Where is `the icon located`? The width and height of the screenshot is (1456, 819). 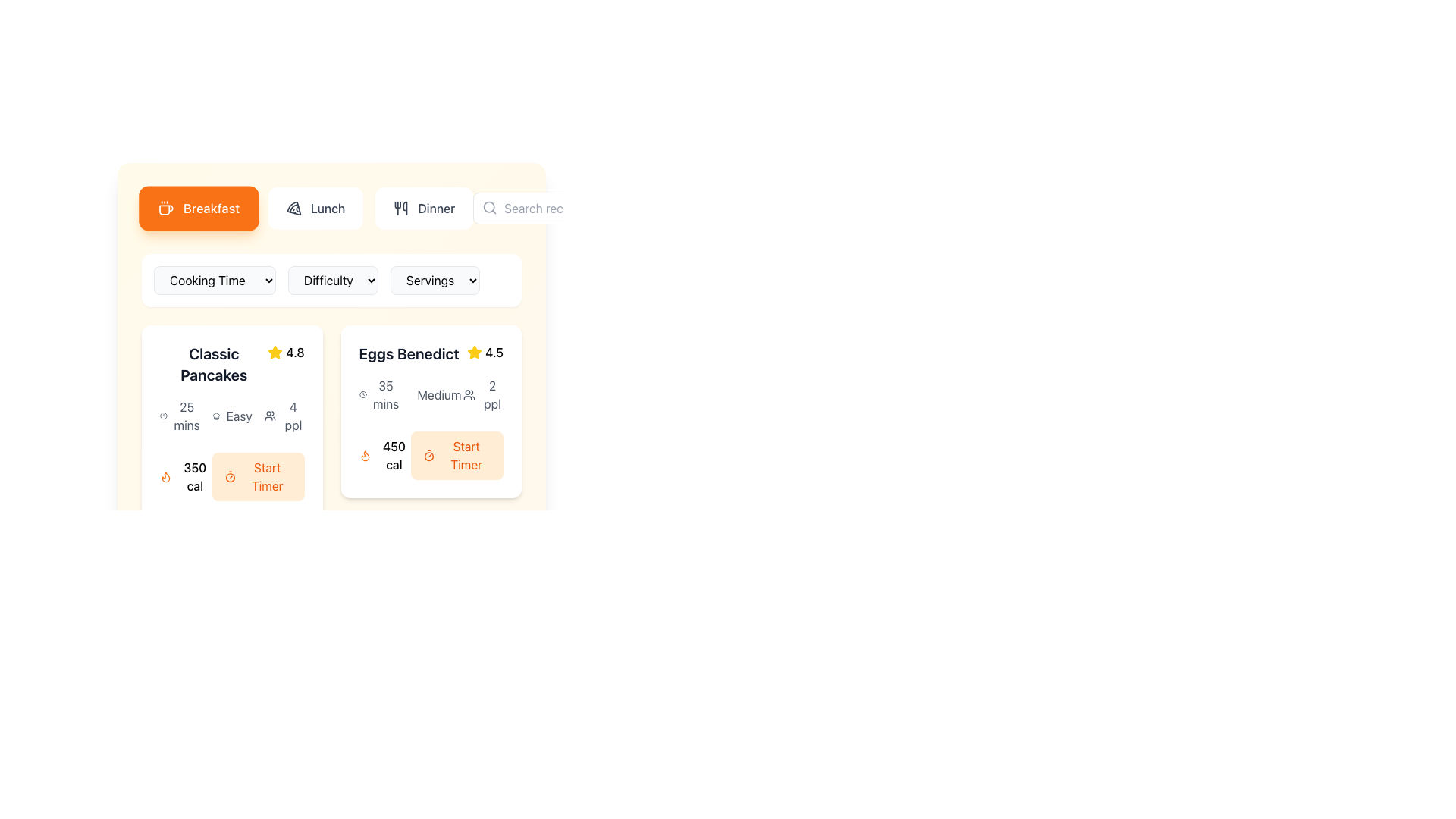
the icon located is located at coordinates (428, 455).